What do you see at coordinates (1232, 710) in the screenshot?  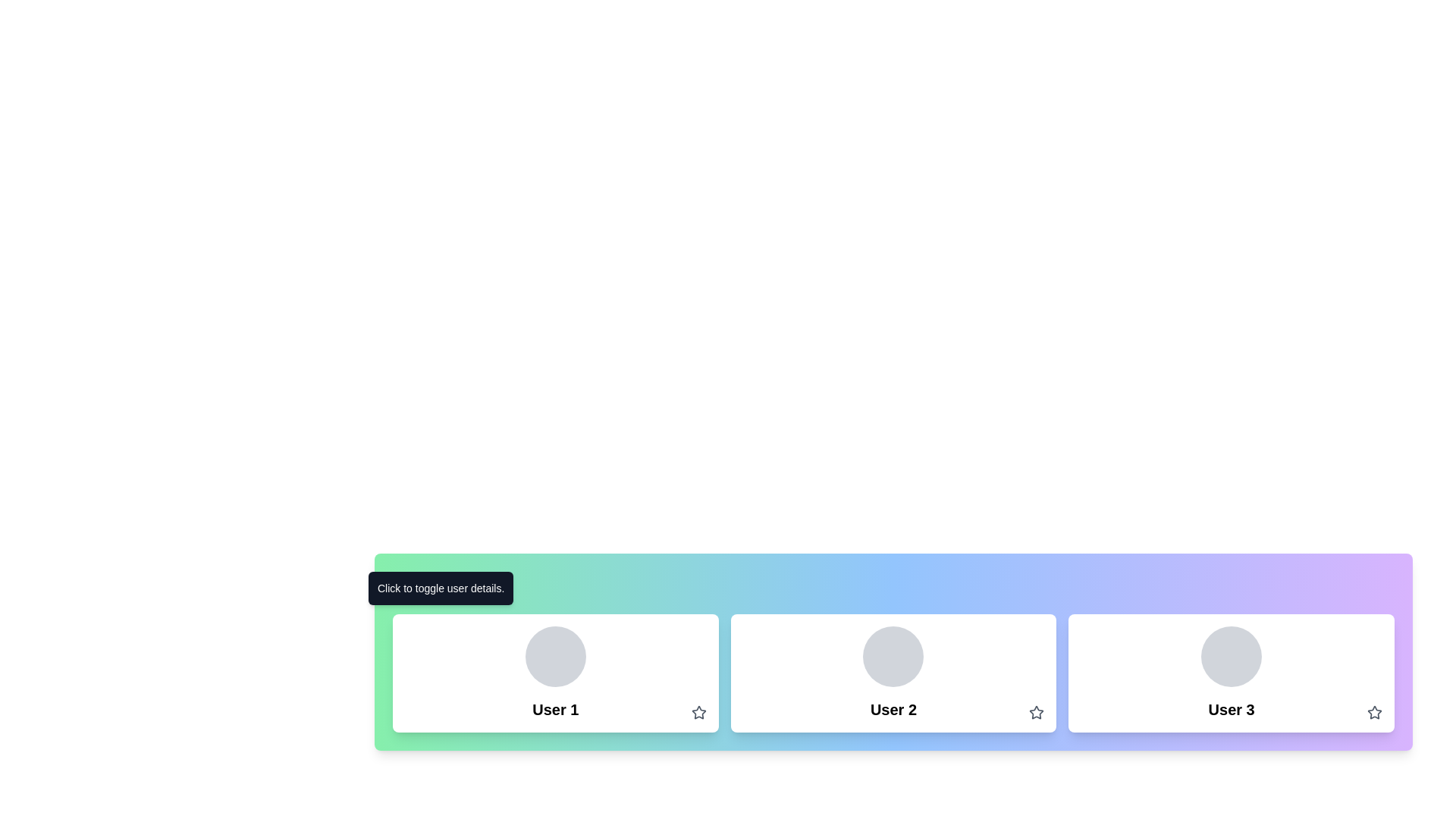 I see `the text label displaying the username or designation of the user in the third card from the left, which is positioned below the circular avatar element` at bounding box center [1232, 710].